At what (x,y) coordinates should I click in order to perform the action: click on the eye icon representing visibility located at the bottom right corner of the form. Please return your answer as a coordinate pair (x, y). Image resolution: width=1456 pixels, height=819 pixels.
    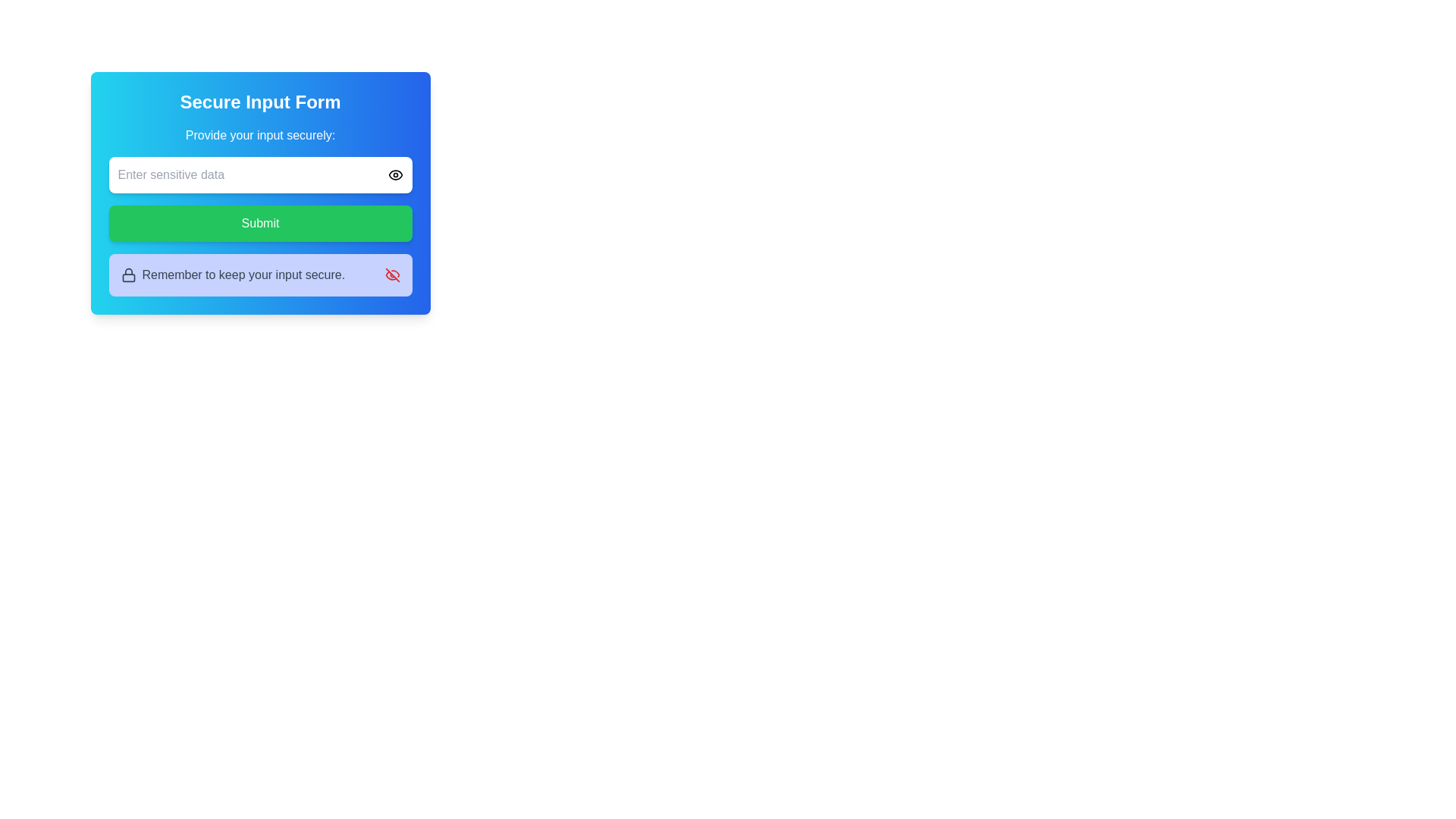
    Looking at the image, I should click on (395, 174).